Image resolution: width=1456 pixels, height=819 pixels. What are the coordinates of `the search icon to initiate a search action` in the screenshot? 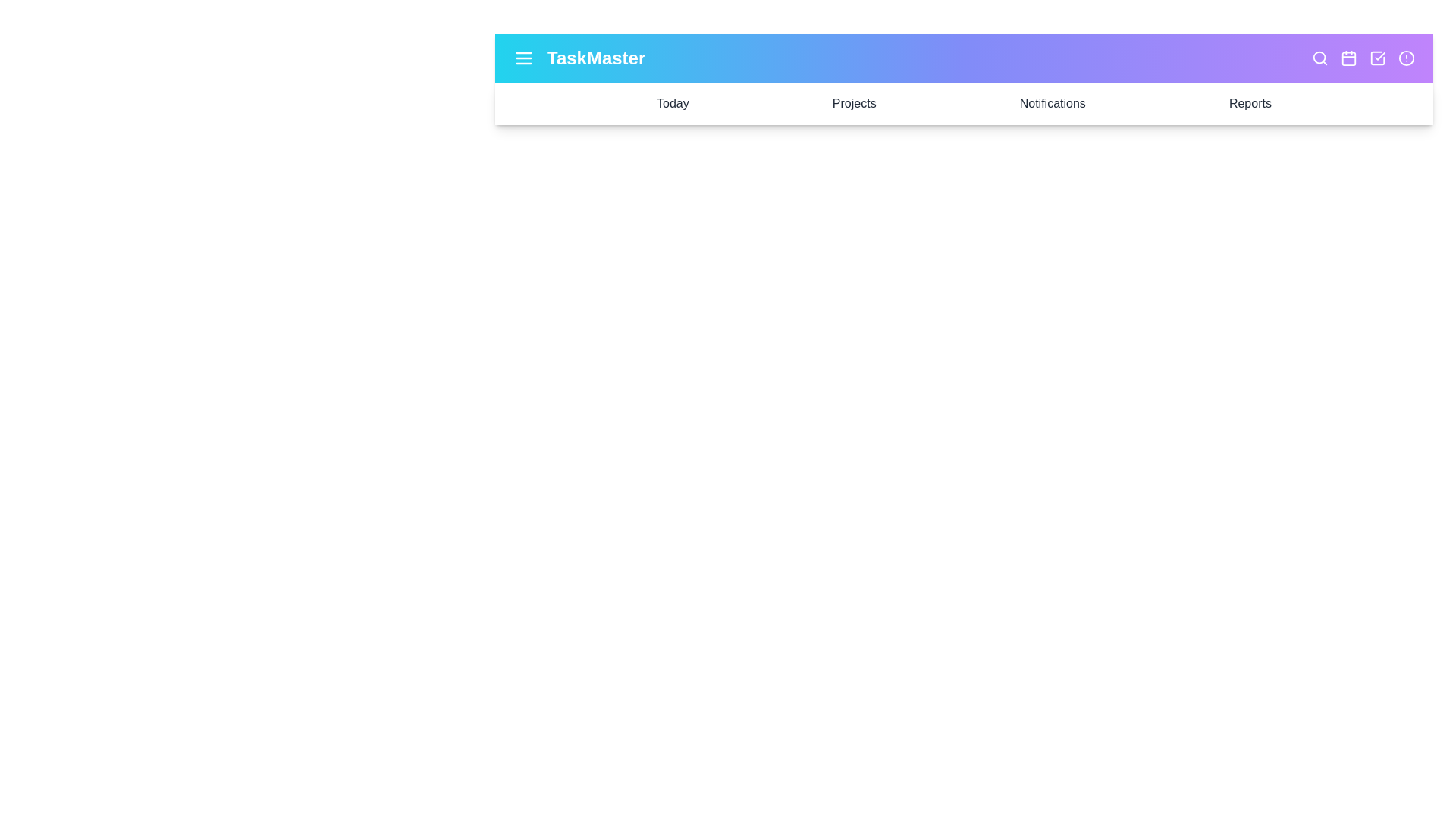 It's located at (1319, 58).